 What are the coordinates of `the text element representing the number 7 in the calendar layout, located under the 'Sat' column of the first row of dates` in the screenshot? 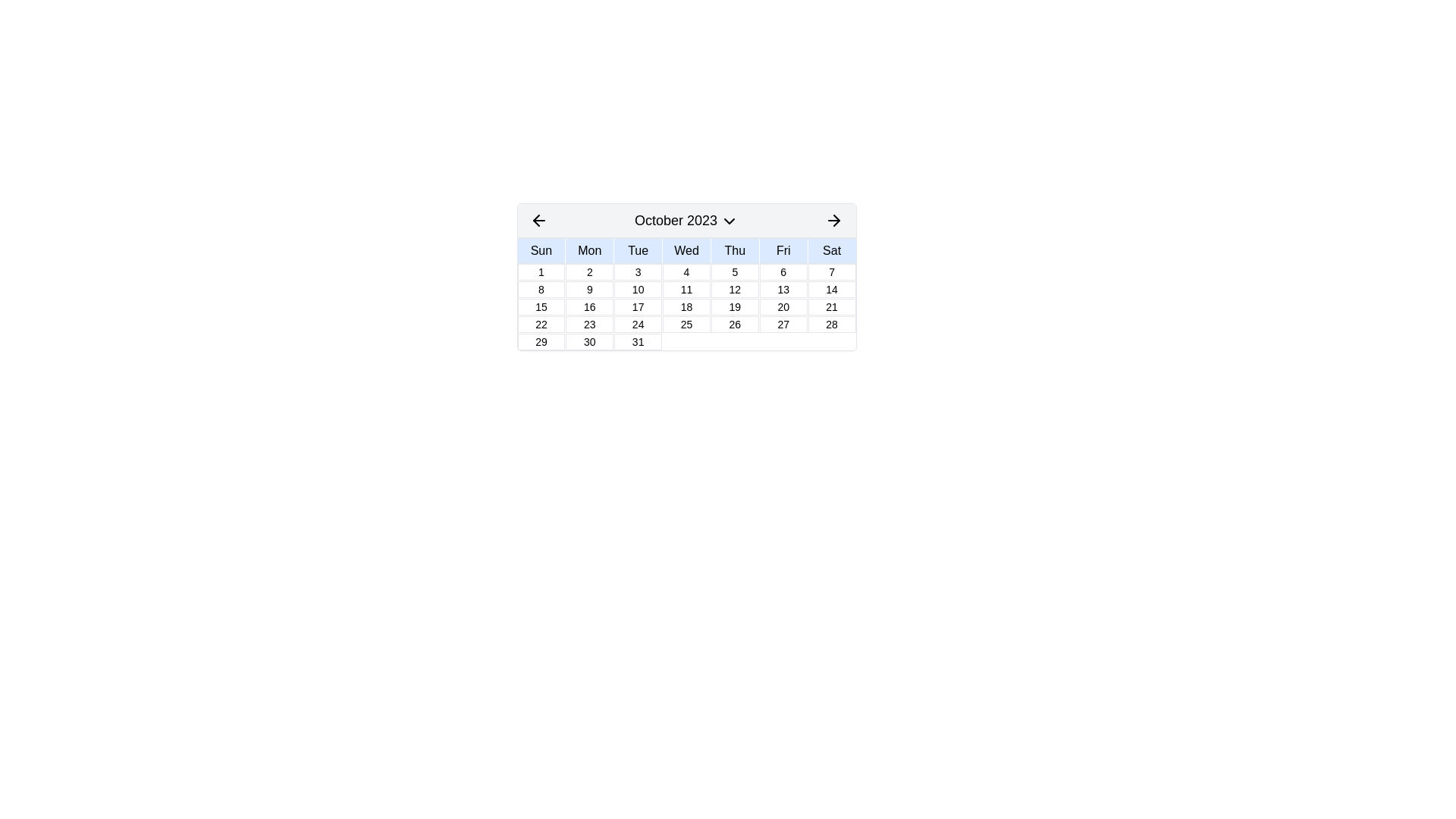 It's located at (831, 271).